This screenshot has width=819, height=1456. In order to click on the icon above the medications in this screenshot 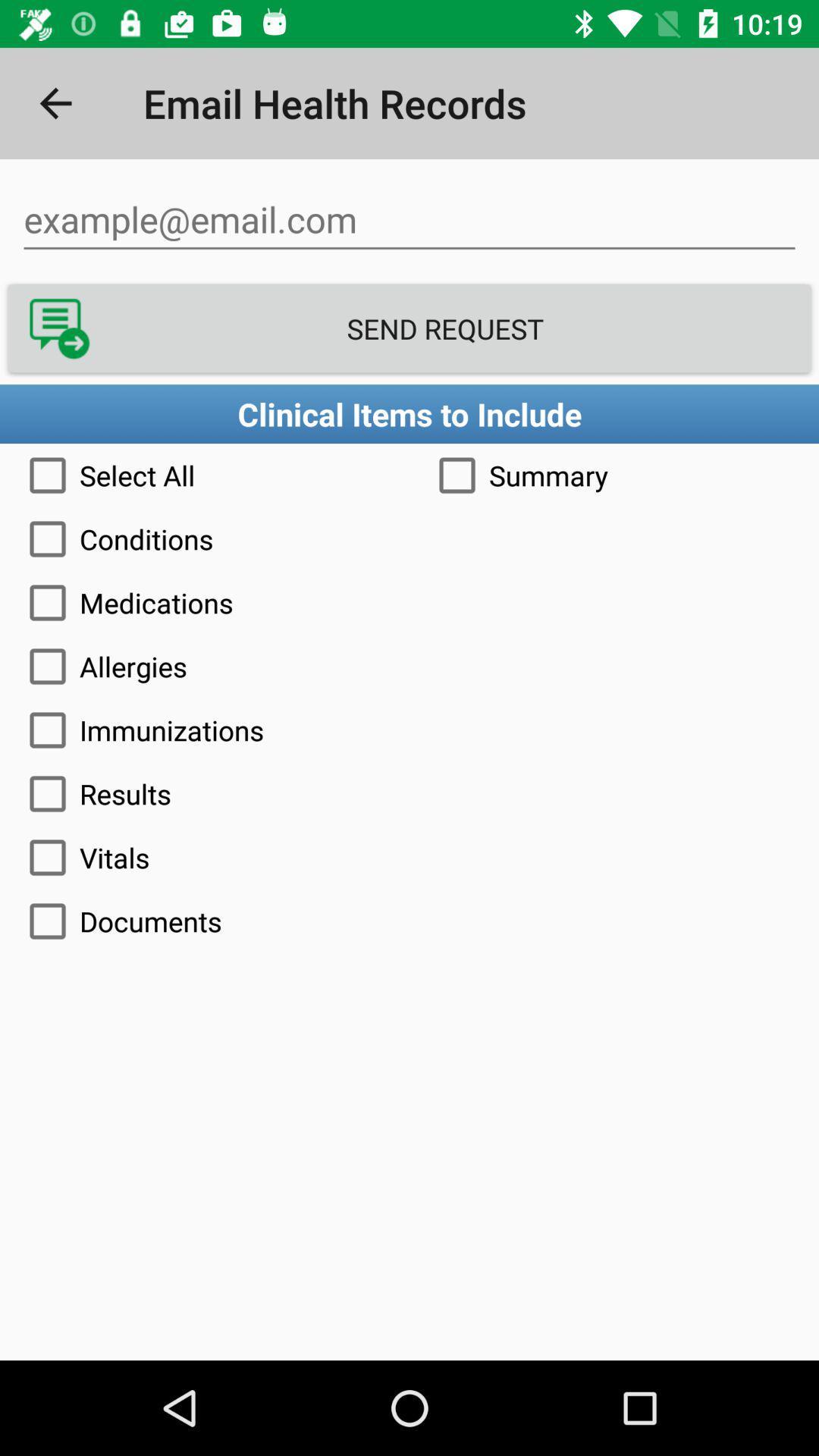, I will do `click(409, 538)`.